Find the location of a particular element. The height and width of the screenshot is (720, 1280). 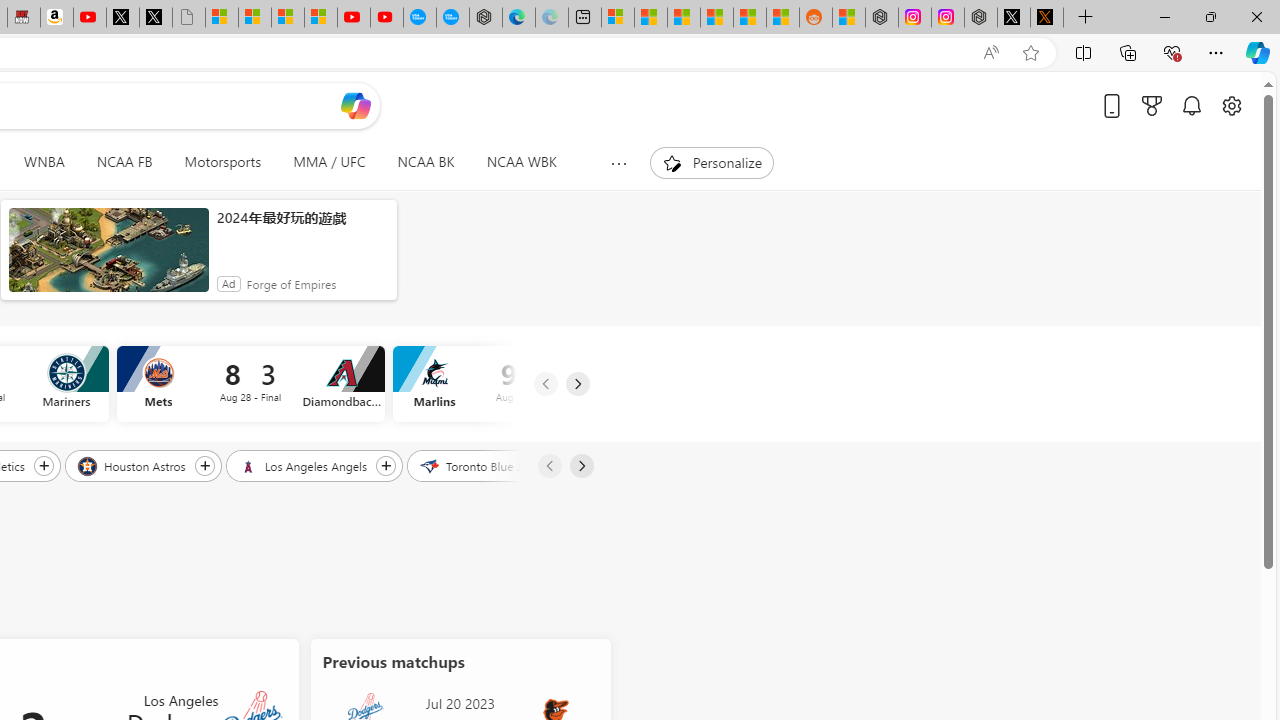

'Follow Los Angeles Angels' is located at coordinates (386, 465).